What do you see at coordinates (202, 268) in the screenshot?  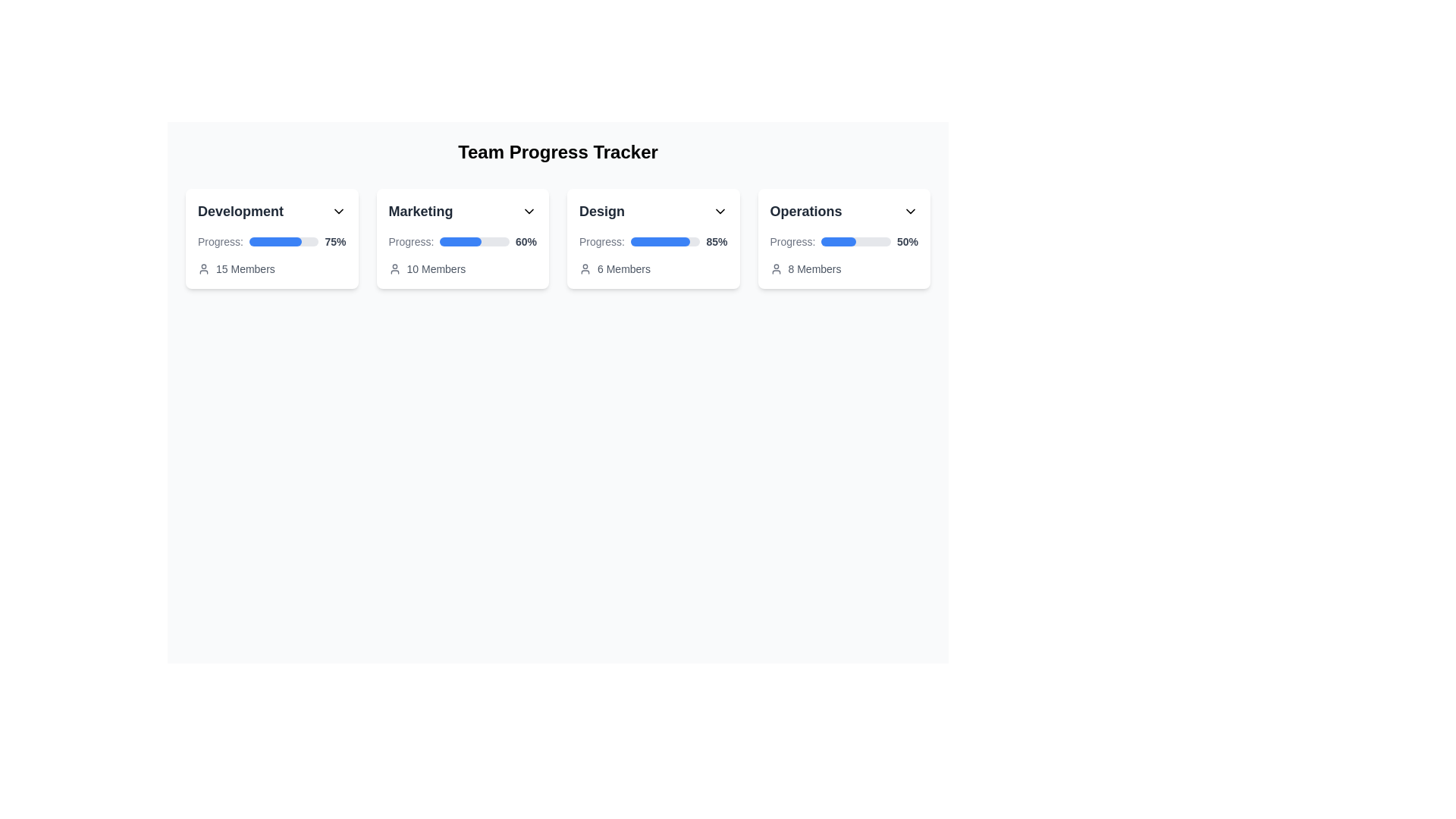 I see `the small gray user silhouette icon located to the left of the text '15 Members' within the 'Development' card, which visually anchors the text` at bounding box center [202, 268].